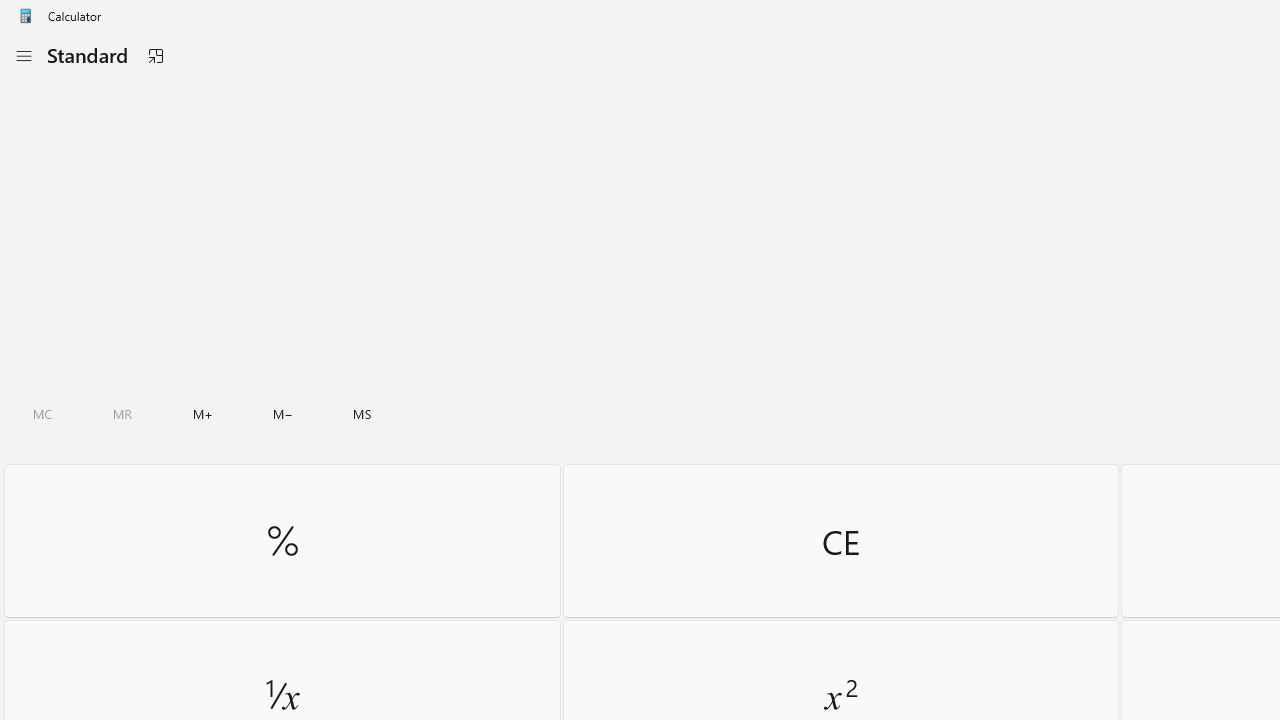  What do you see at coordinates (23, 55) in the screenshot?
I see `'Open Navigation'` at bounding box center [23, 55].